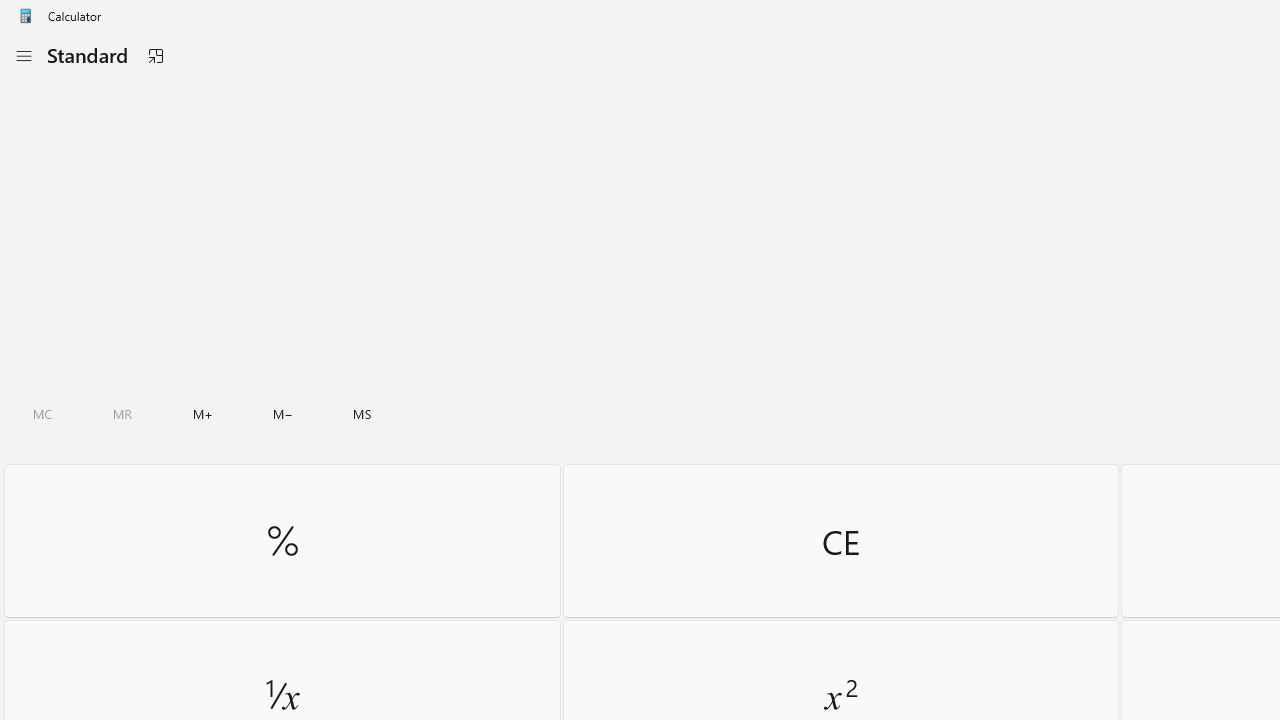  What do you see at coordinates (23, 55) in the screenshot?
I see `'Open Navigation'` at bounding box center [23, 55].